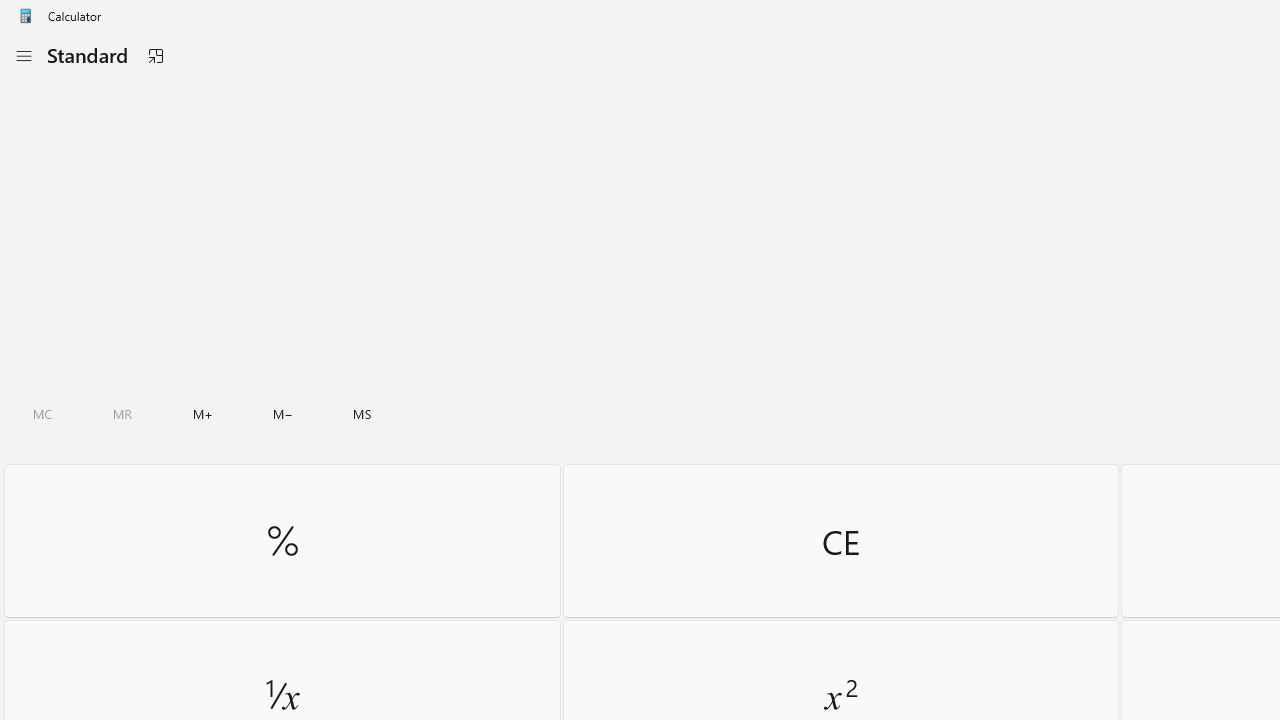  What do you see at coordinates (23, 55) in the screenshot?
I see `'Open Navigation'` at bounding box center [23, 55].